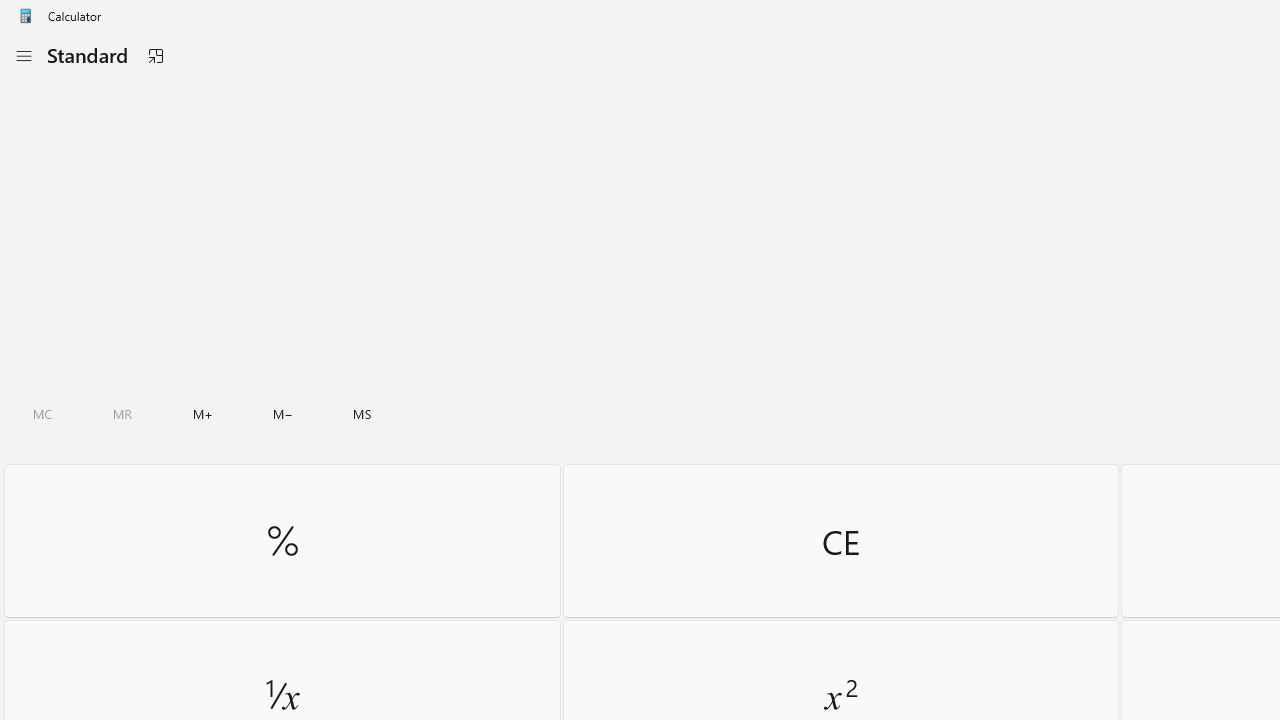  What do you see at coordinates (23, 55) in the screenshot?
I see `'Open Navigation'` at bounding box center [23, 55].